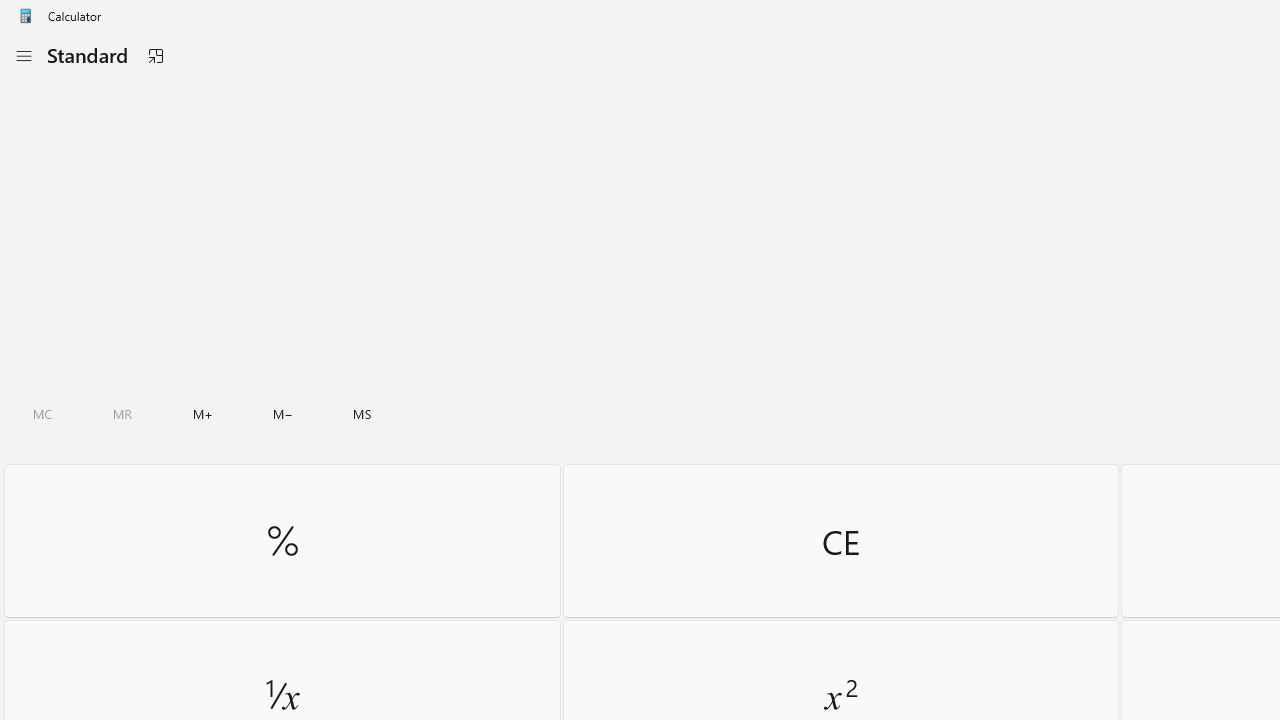  What do you see at coordinates (23, 55) in the screenshot?
I see `'Open Navigation'` at bounding box center [23, 55].